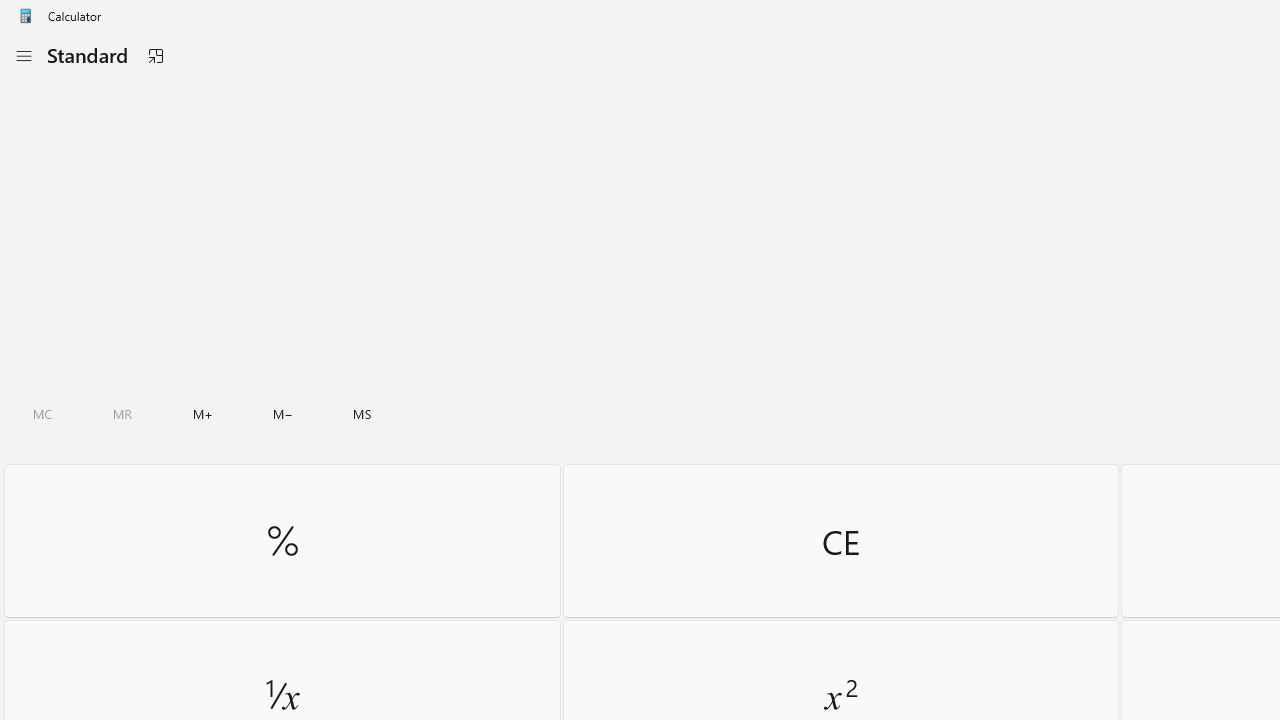  What do you see at coordinates (23, 55) in the screenshot?
I see `'Open Navigation'` at bounding box center [23, 55].